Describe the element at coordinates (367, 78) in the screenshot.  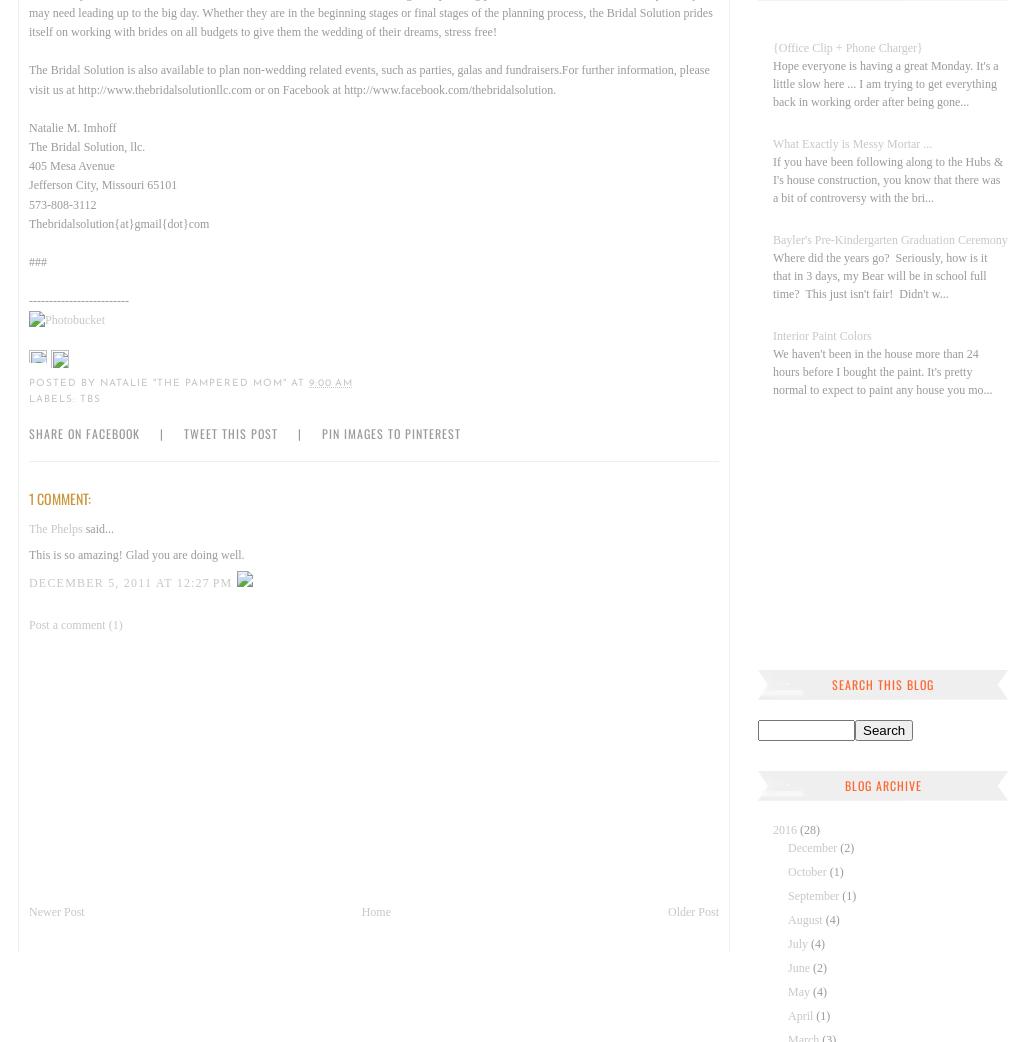
I see `'The Bridal Solution is also available to plan non-wedding related events, such as parties, galas and fundraisers.For further information, please visit us at http://www.thebridalsolutionllc.com or on Facebook at http://www.facebook.com/thebridalsolution.'` at that location.